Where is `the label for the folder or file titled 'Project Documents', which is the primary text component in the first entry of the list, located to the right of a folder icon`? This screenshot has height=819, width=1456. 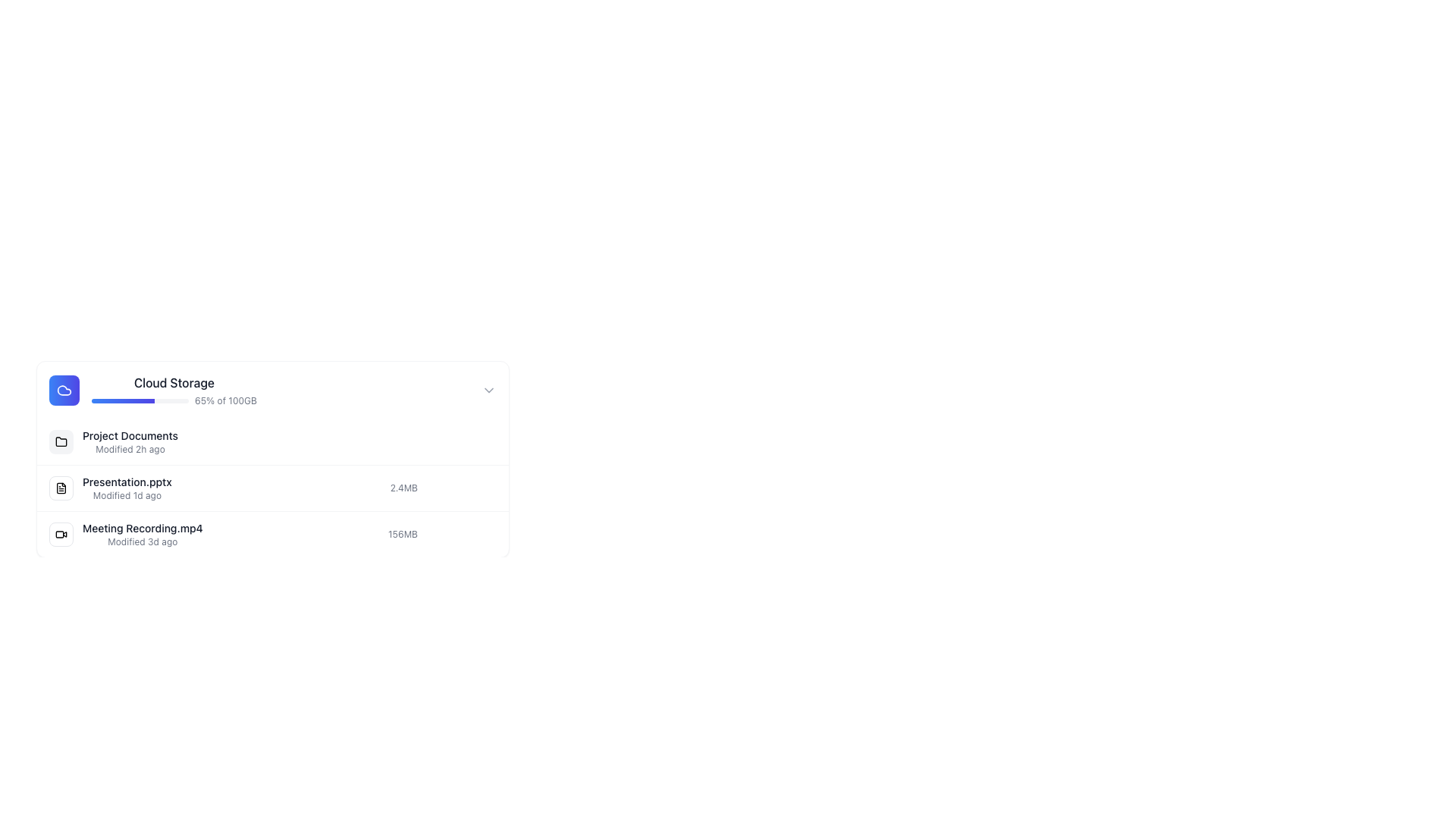 the label for the folder or file titled 'Project Documents', which is the primary text component in the first entry of the list, located to the right of a folder icon is located at coordinates (130, 435).